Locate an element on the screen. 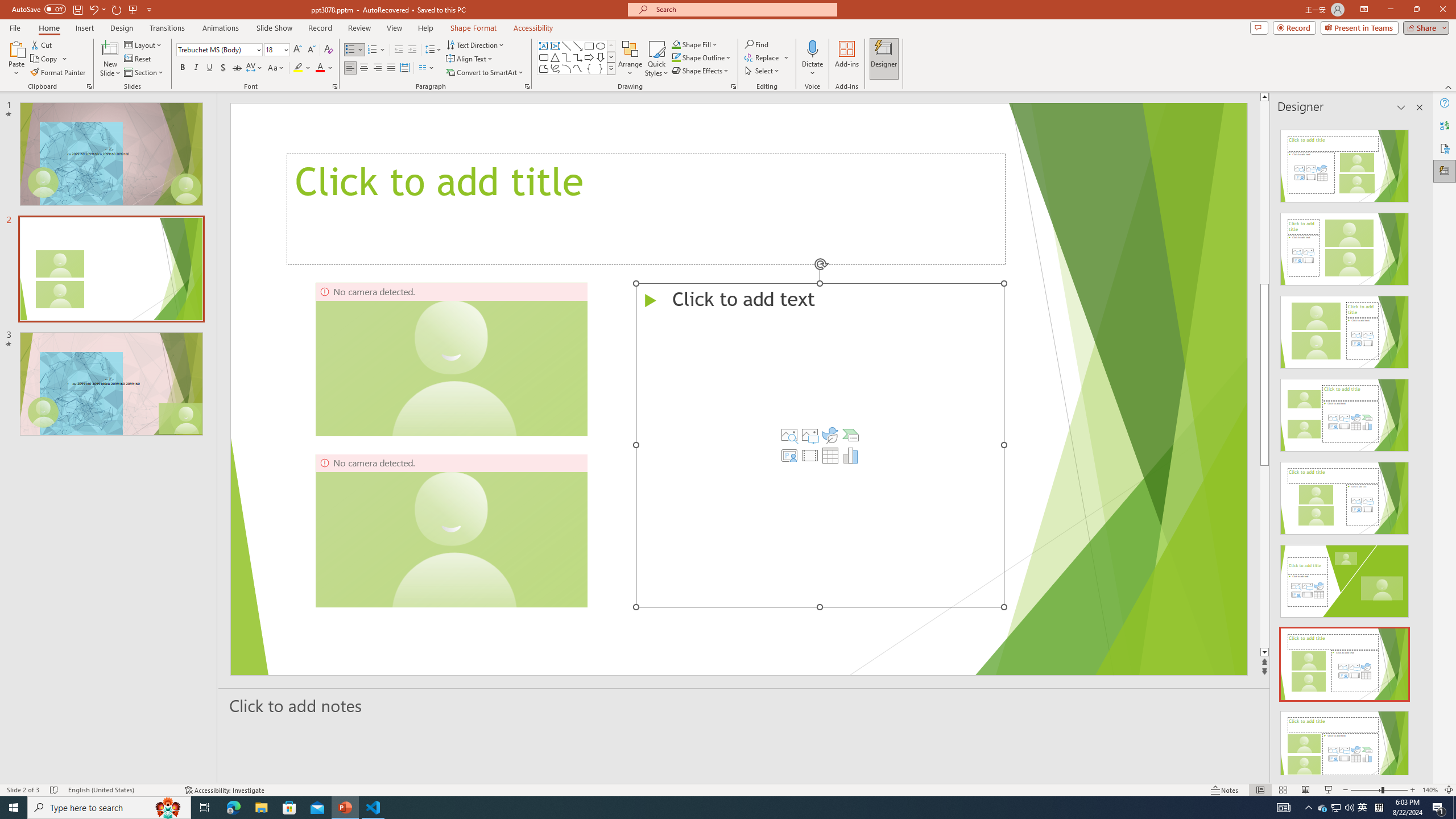 The image size is (1456, 819). 'Insert an Icon' is located at coordinates (830, 434).